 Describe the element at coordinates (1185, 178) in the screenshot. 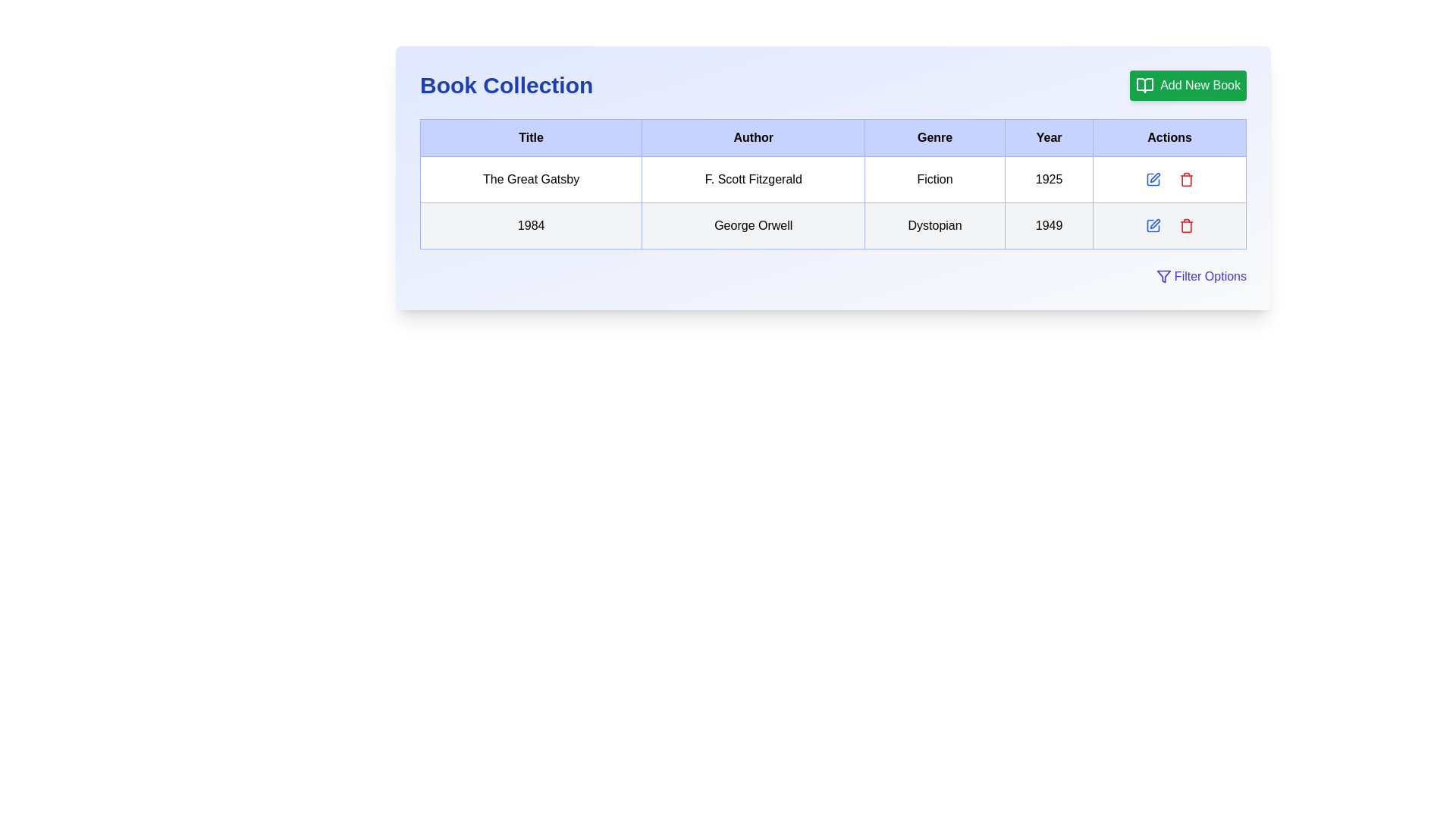

I see `the red trash icon in the 'Actions' column of the table for the book 'The Great Gatsby', which is the second button after the edit icon` at that location.